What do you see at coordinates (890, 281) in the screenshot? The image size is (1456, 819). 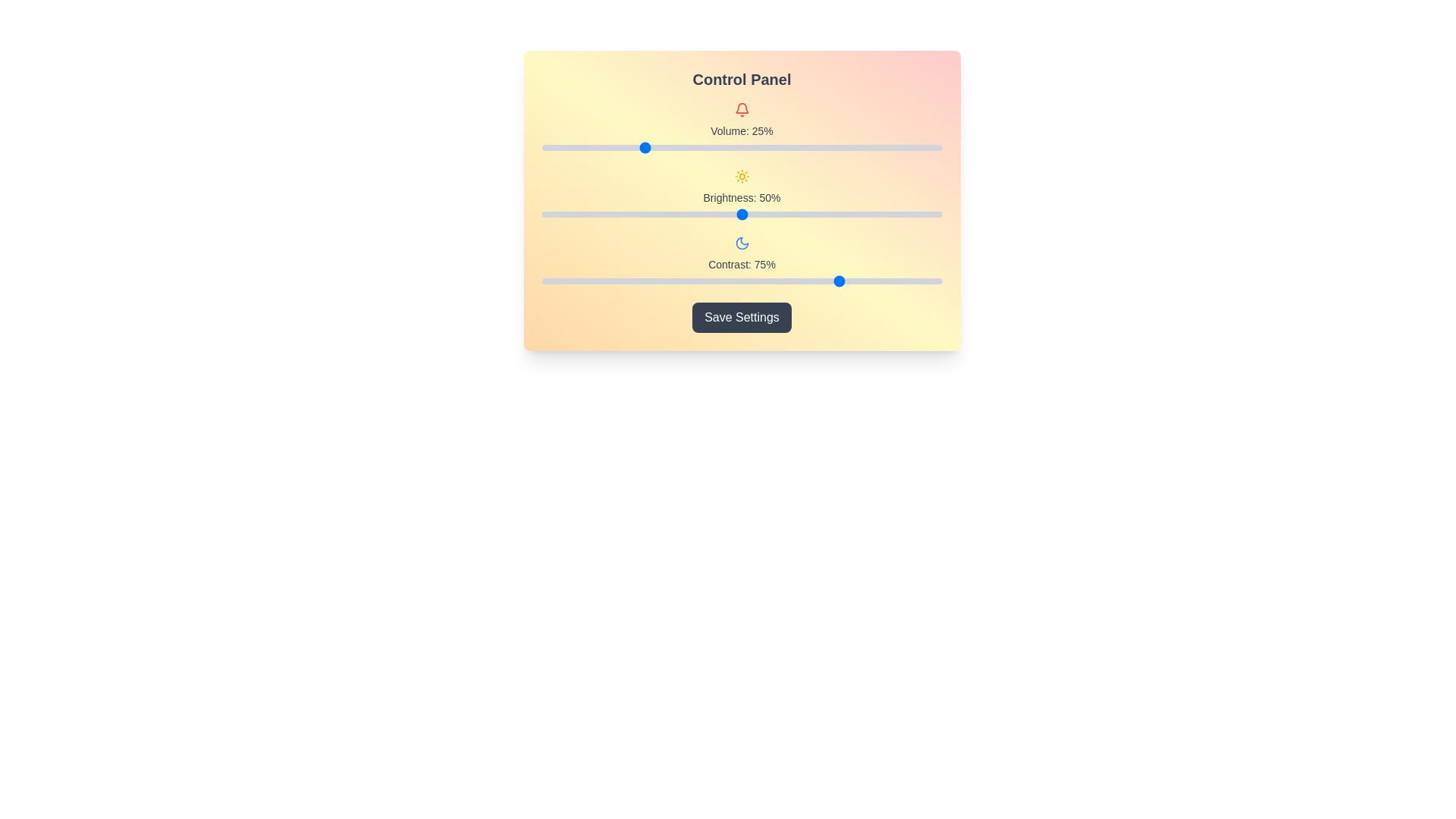 I see `contrast` at bounding box center [890, 281].